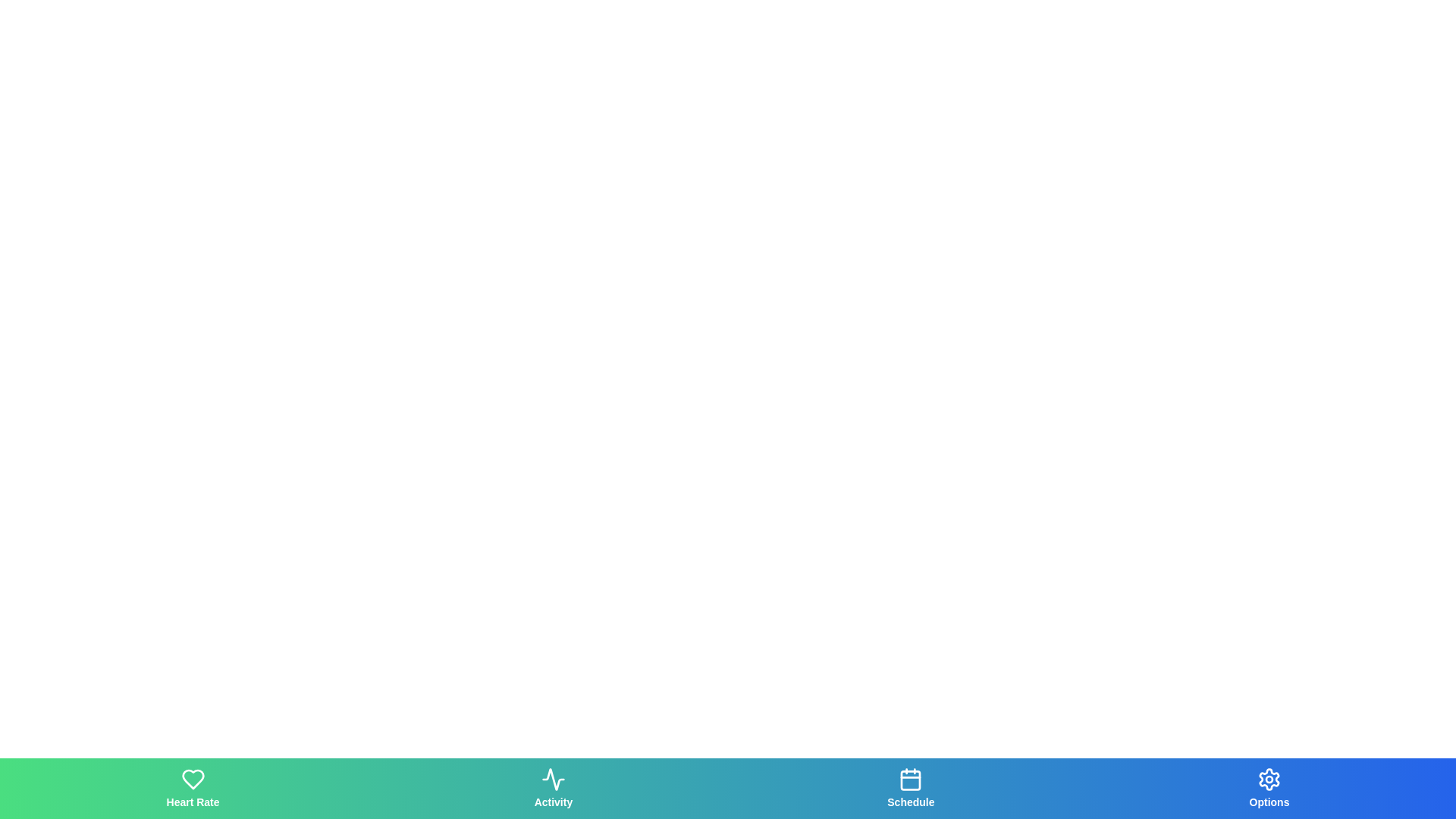 This screenshot has width=1456, height=819. I want to click on the tab labeled Schedule to observe its hover effects, so click(910, 788).